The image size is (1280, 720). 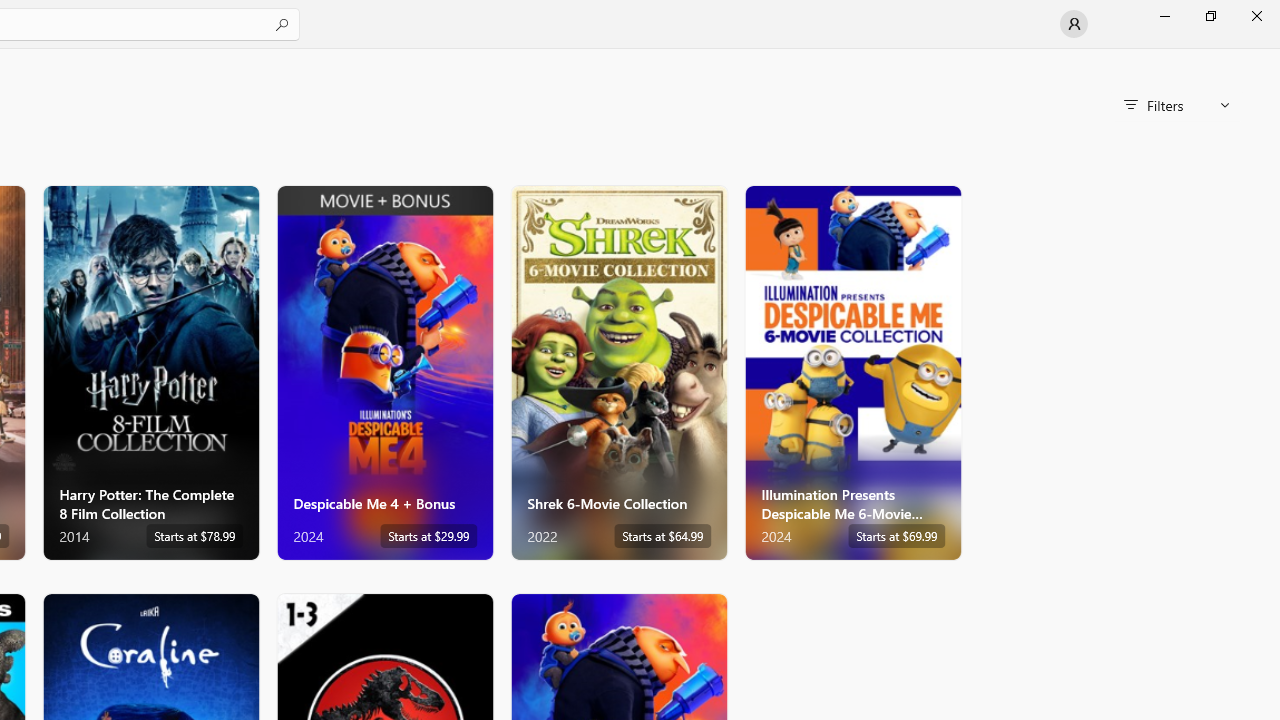 I want to click on 'Restore Microsoft Store', so click(x=1209, y=15).